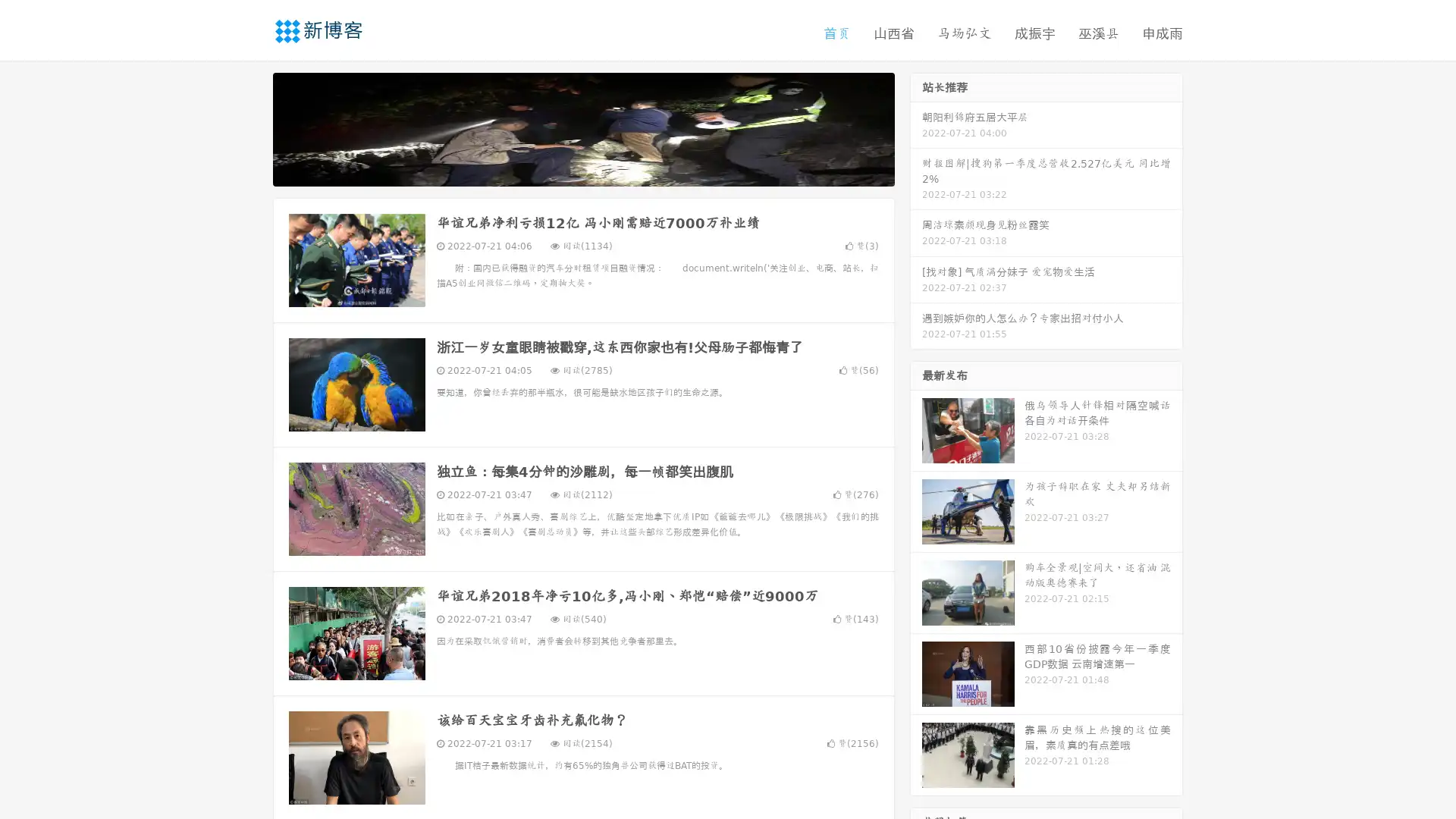  I want to click on Next slide, so click(916, 127).